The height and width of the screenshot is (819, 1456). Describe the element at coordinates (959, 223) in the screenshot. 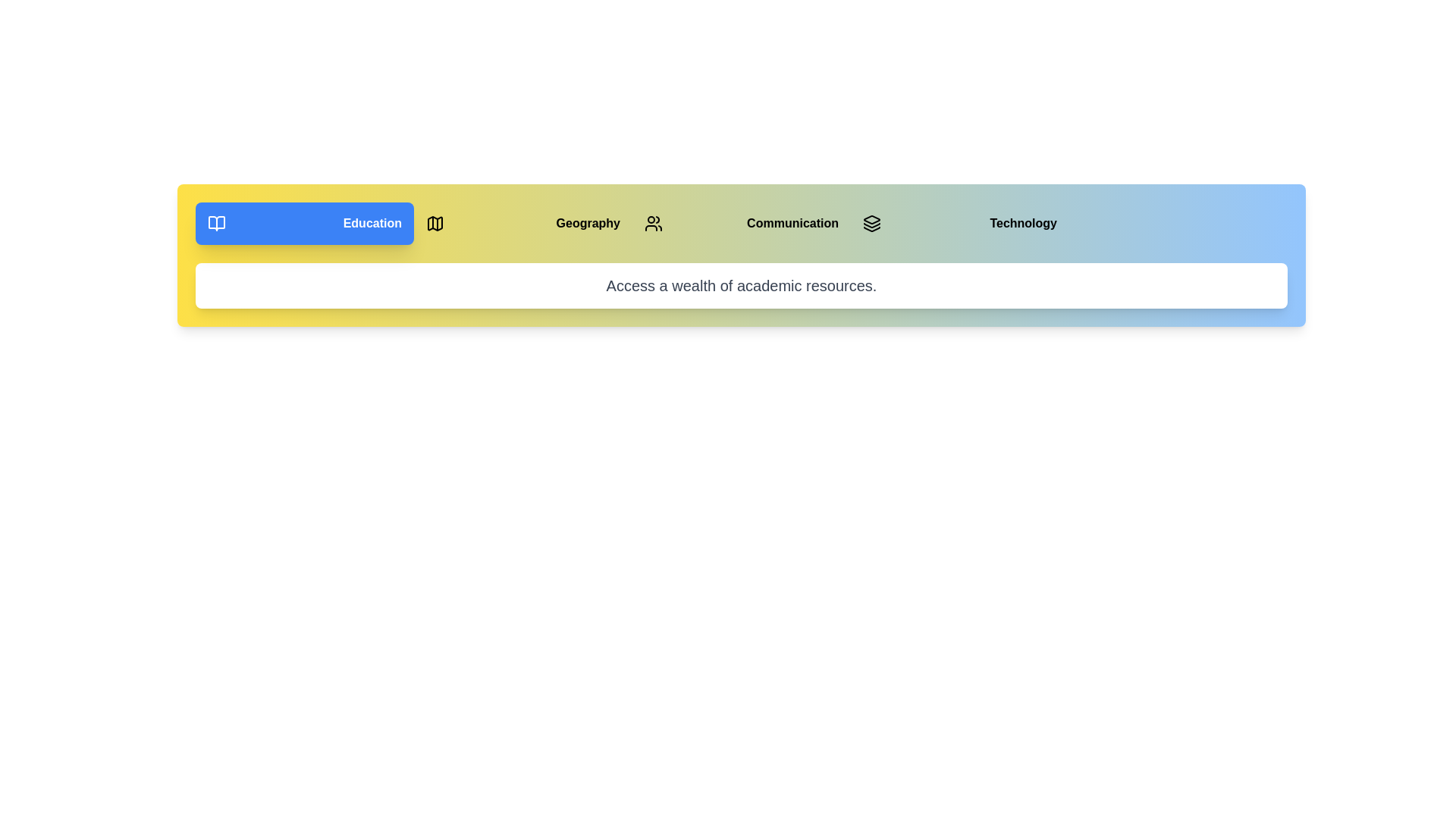

I see `the button corresponding to the Technology section to switch to it` at that location.